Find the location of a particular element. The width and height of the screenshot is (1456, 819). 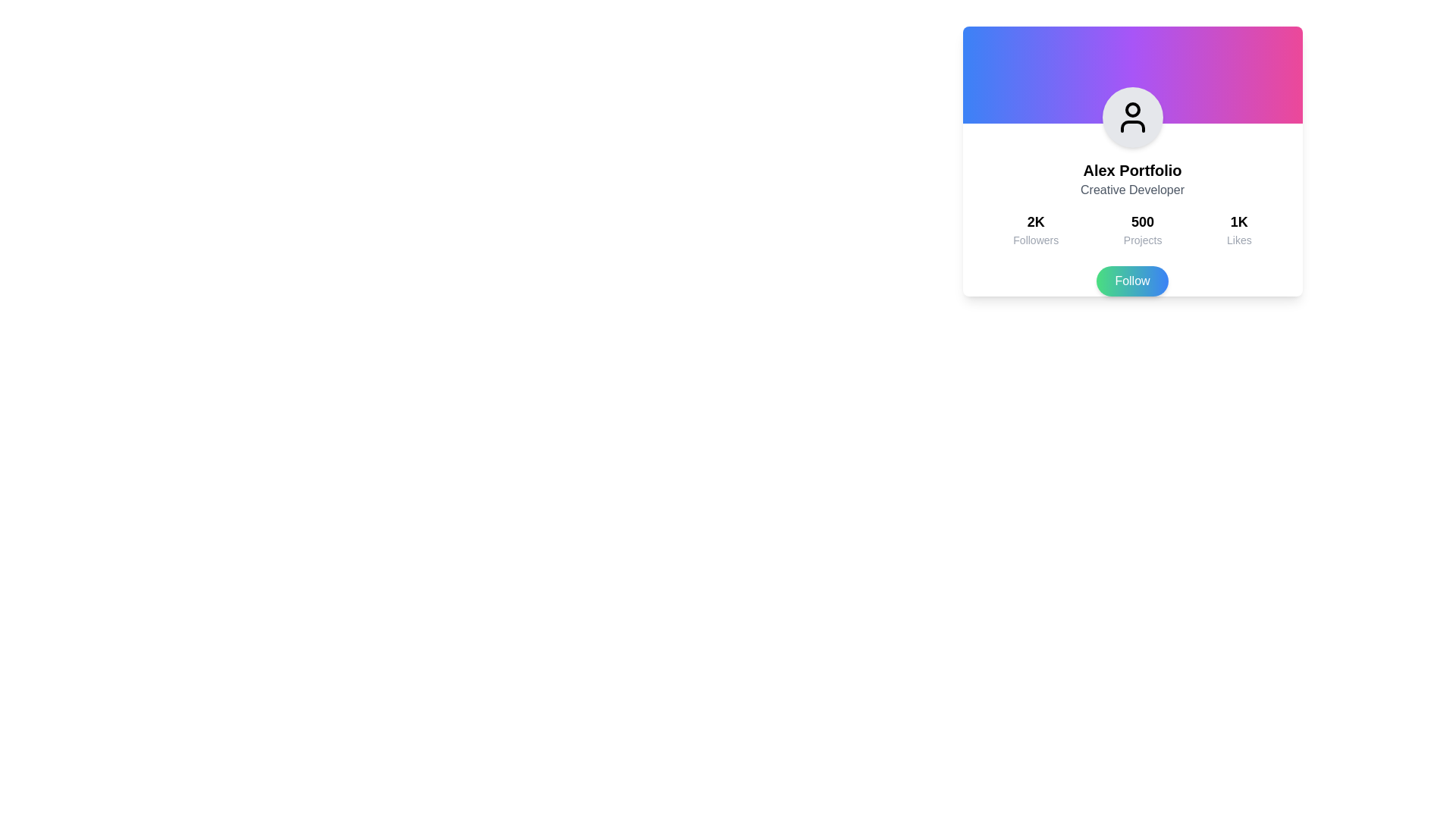

the follow button located at the bottom of the 'Alex Portfolio' card to initiate the follow action is located at coordinates (1132, 281).